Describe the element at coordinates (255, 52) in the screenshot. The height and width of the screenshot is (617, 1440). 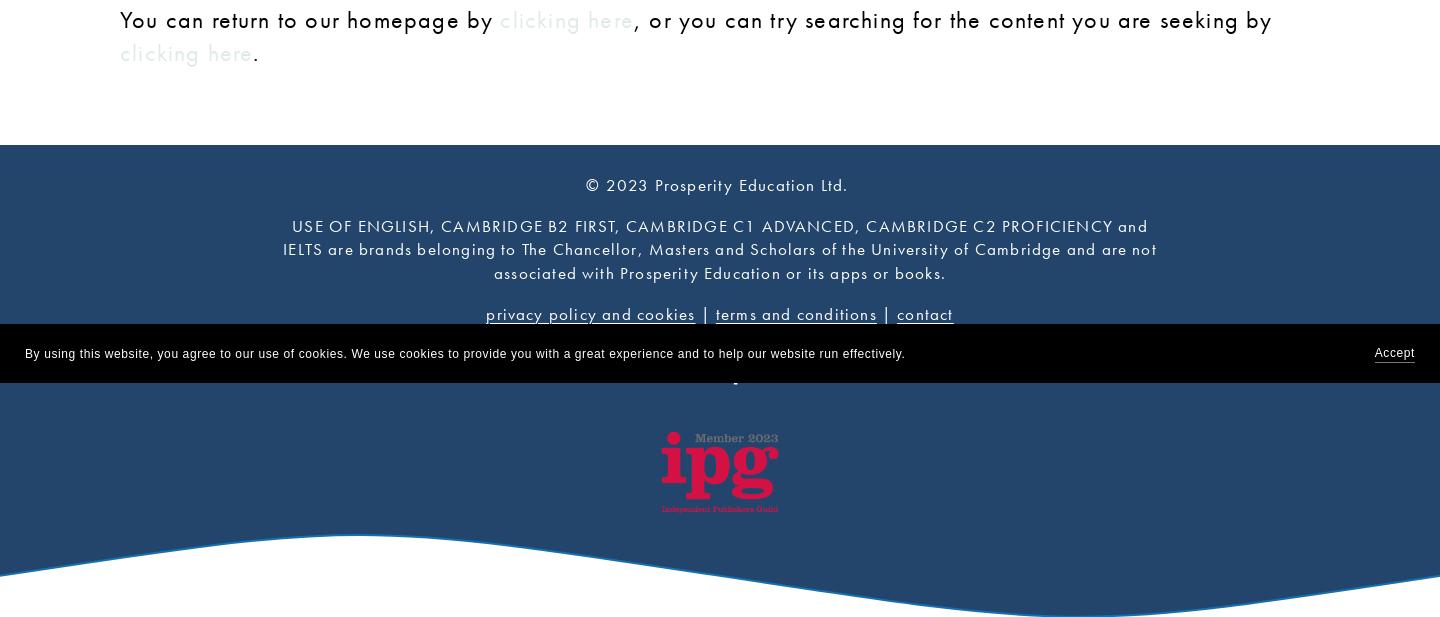
I see `'.'` at that location.